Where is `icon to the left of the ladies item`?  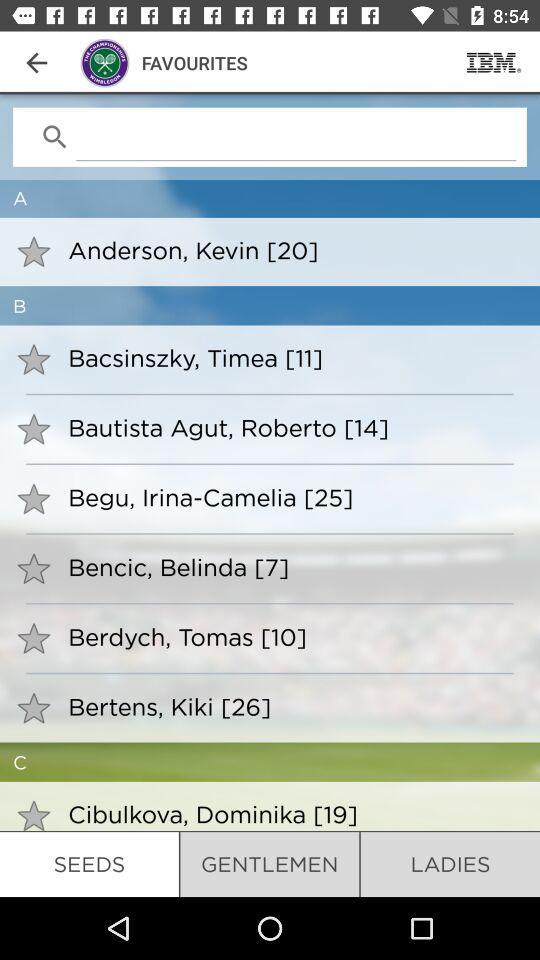
icon to the left of the ladies item is located at coordinates (269, 863).